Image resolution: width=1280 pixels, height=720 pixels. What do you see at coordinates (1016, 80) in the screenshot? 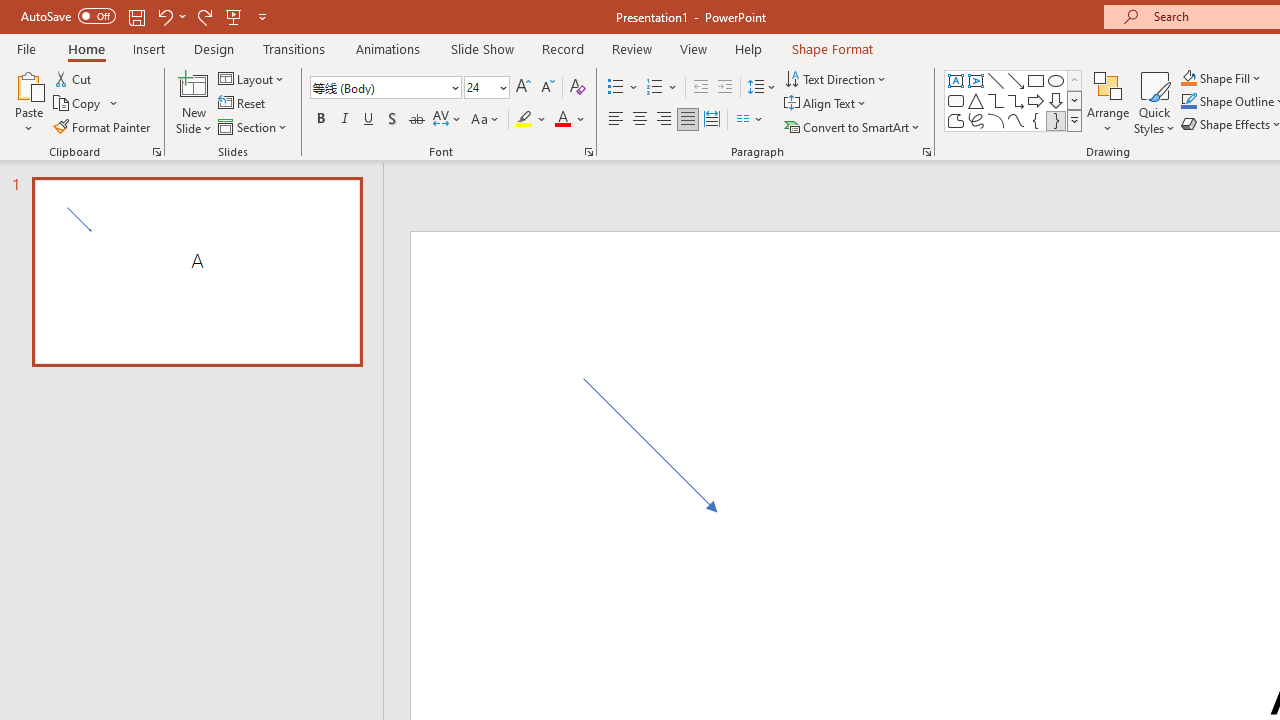
I see `'Line Arrow'` at bounding box center [1016, 80].